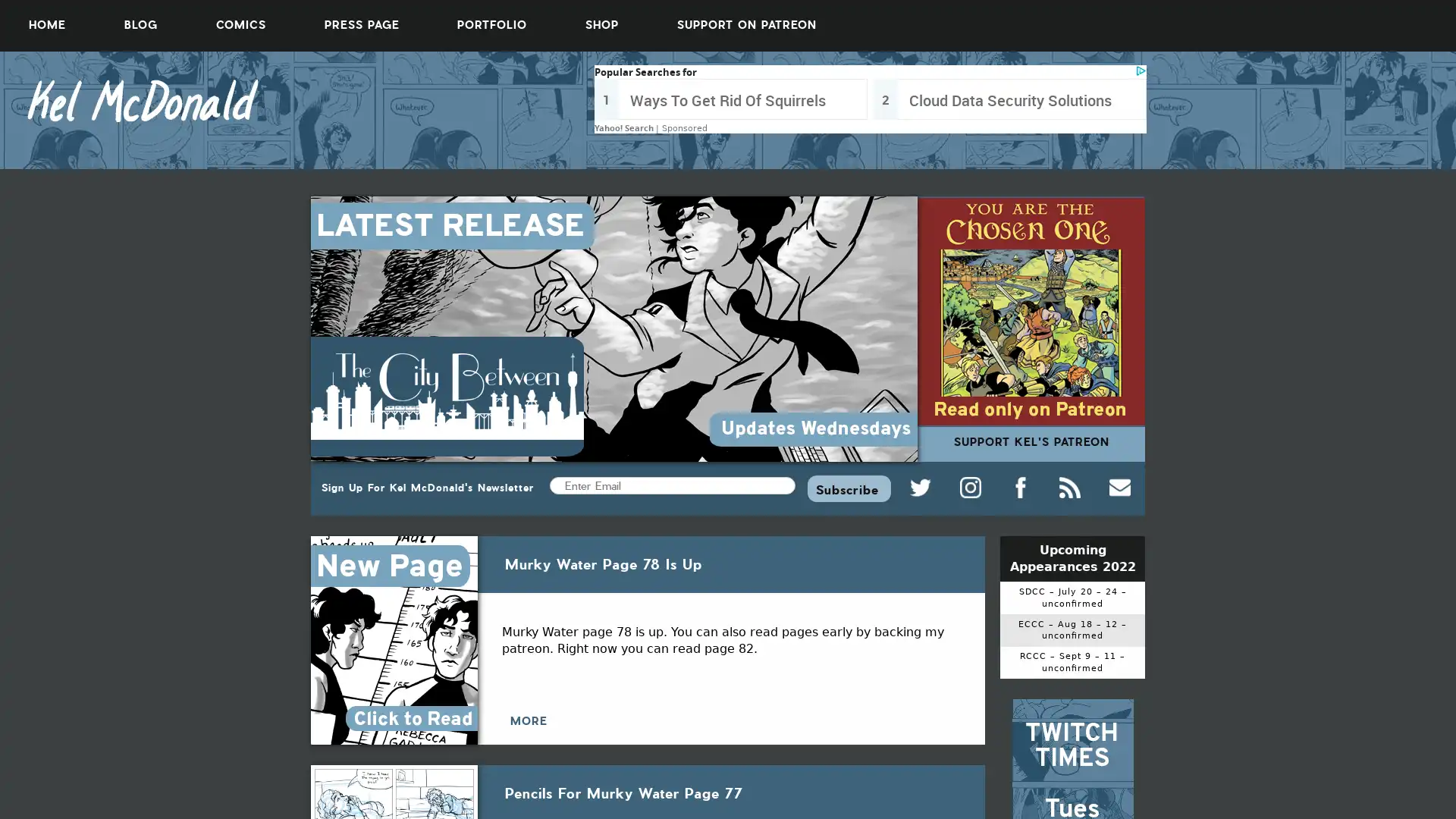 The image size is (1456, 819). What do you see at coordinates (848, 488) in the screenshot?
I see `Subscribe` at bounding box center [848, 488].